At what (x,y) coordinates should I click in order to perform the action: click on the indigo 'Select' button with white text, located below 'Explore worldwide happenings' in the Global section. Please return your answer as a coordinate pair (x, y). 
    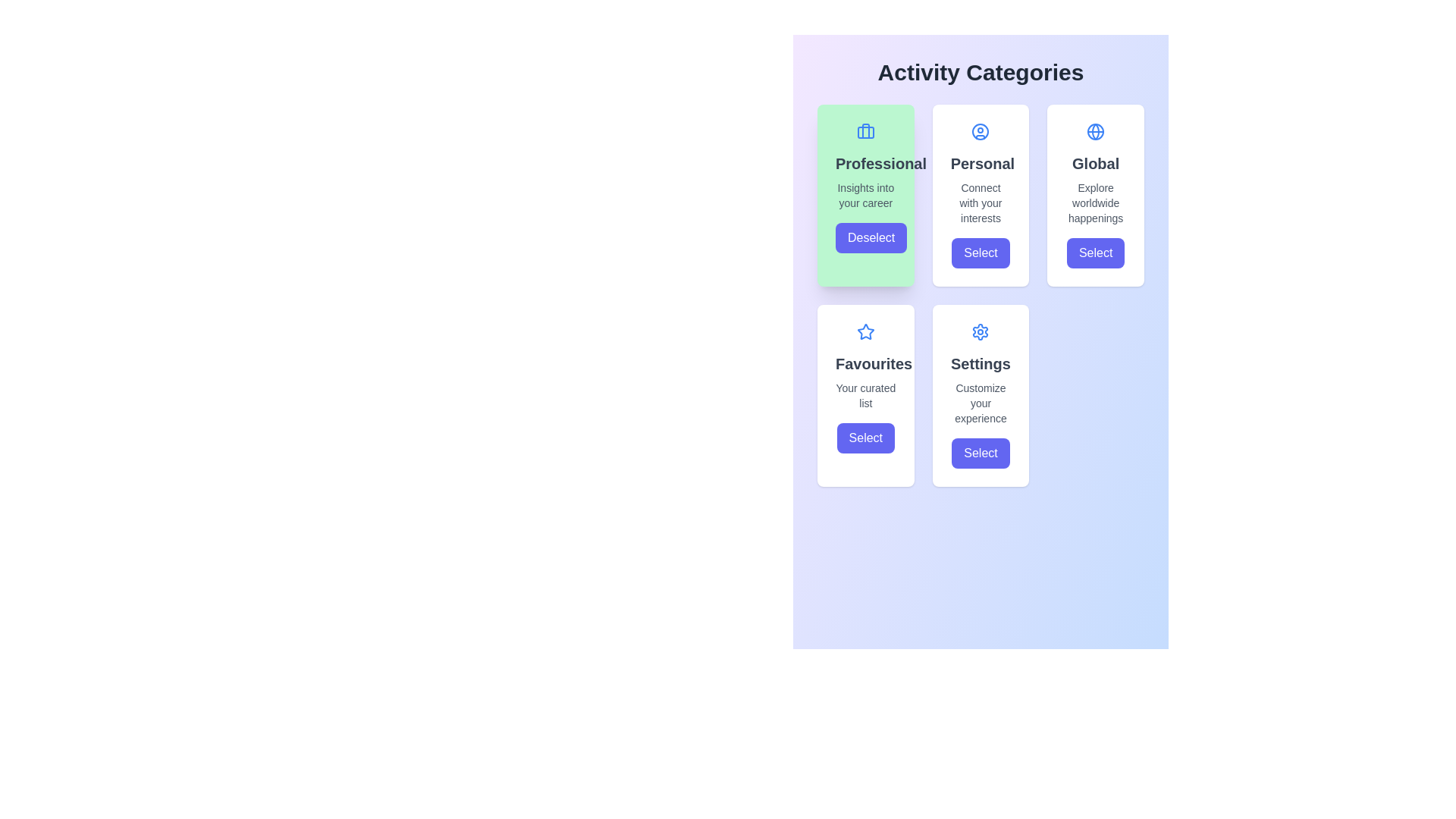
    Looking at the image, I should click on (1096, 253).